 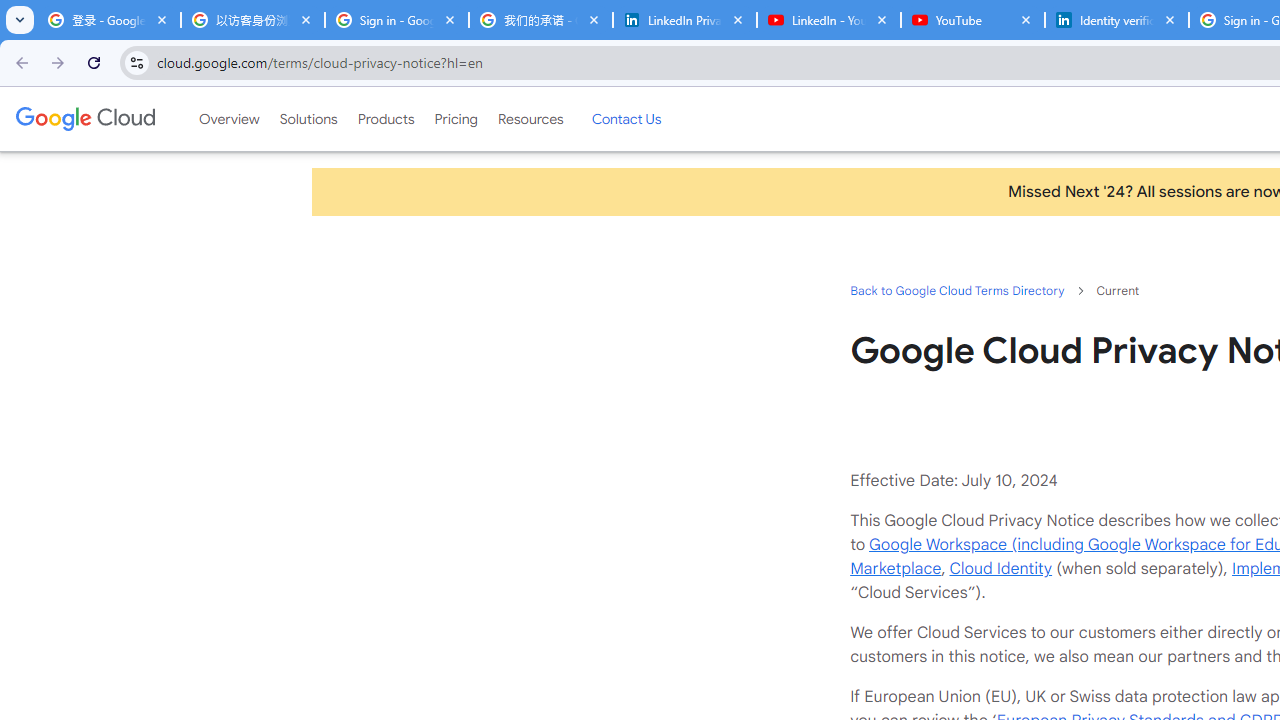 What do you see at coordinates (684, 20) in the screenshot?
I see `'LinkedIn Privacy Policy'` at bounding box center [684, 20].